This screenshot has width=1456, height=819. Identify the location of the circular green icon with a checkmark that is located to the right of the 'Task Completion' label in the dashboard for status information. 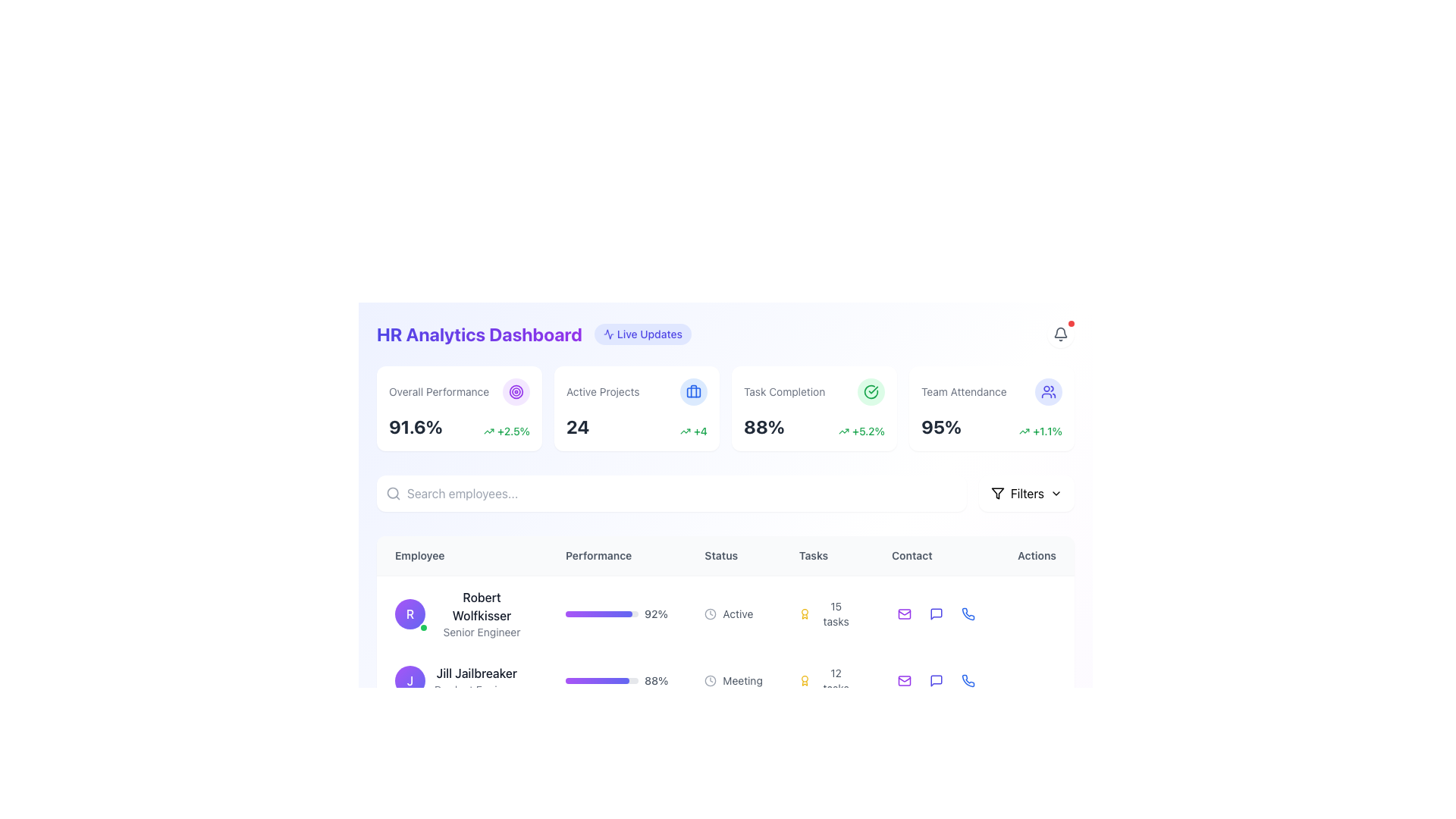
(871, 391).